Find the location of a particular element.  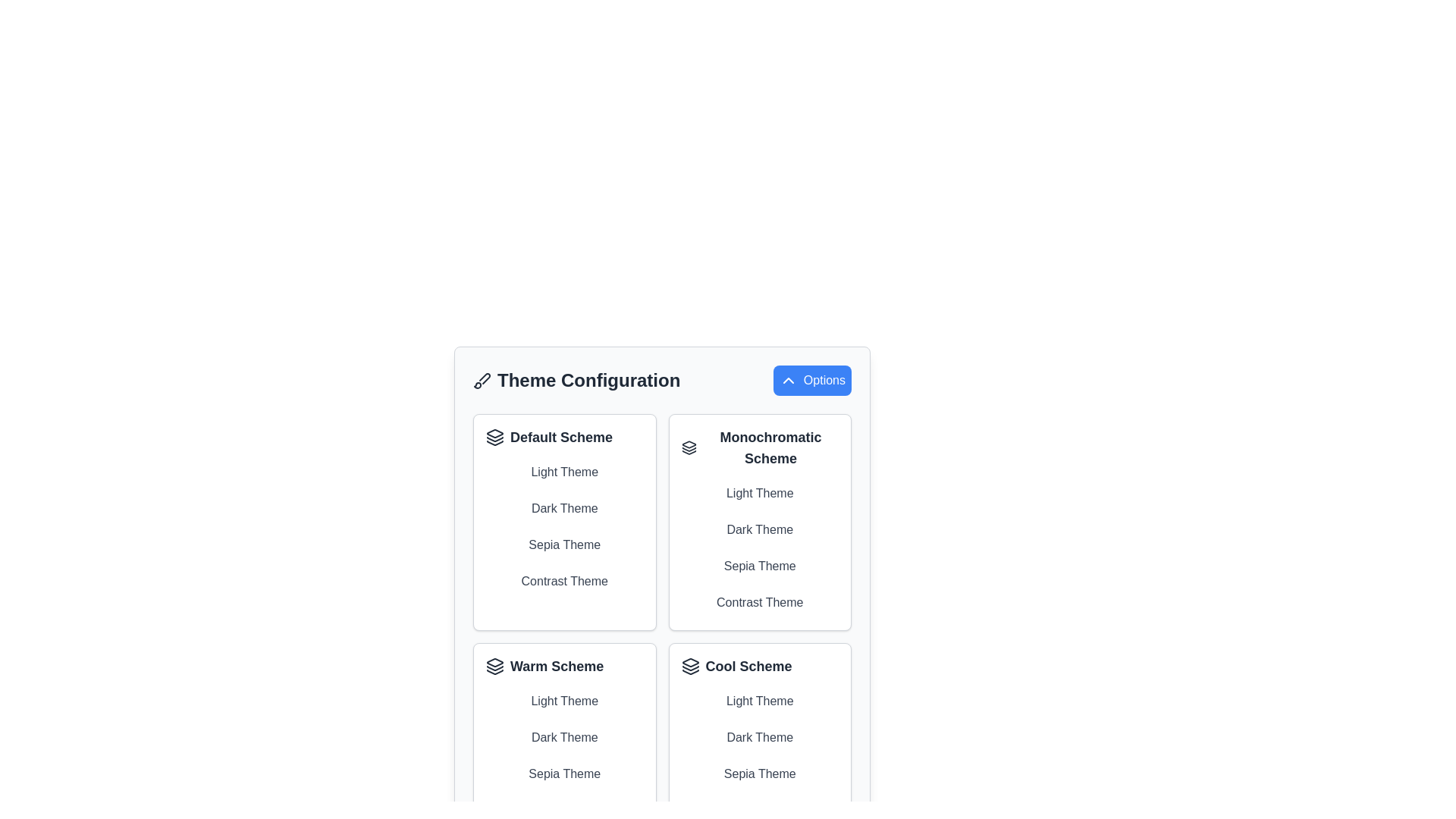

the 'Dark Theme' text button located within the 'Monochromatic Scheme' card is located at coordinates (760, 522).